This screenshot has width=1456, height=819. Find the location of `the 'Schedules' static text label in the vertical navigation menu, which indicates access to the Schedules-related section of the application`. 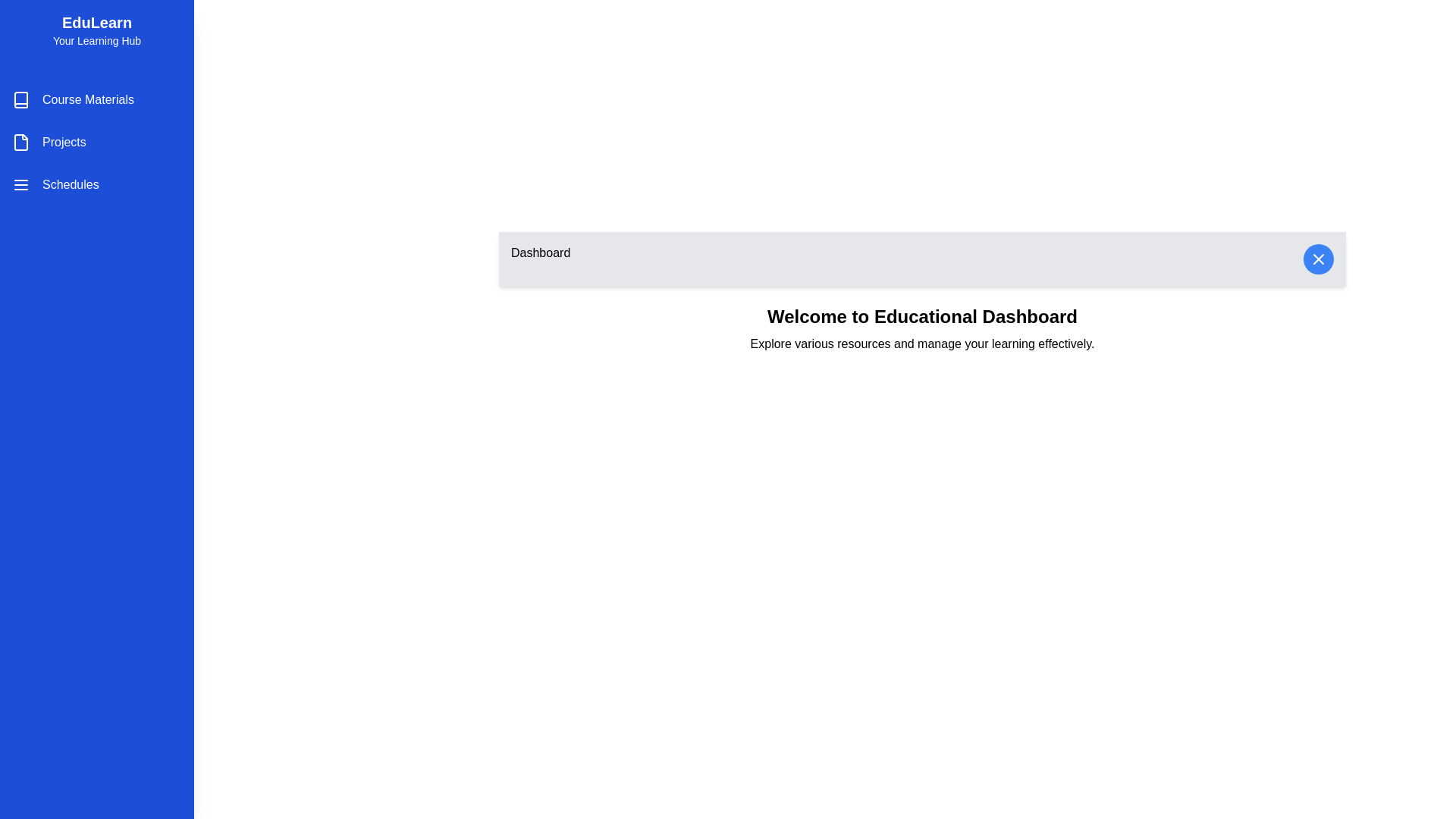

the 'Schedules' static text label in the vertical navigation menu, which indicates access to the Schedules-related section of the application is located at coordinates (70, 184).